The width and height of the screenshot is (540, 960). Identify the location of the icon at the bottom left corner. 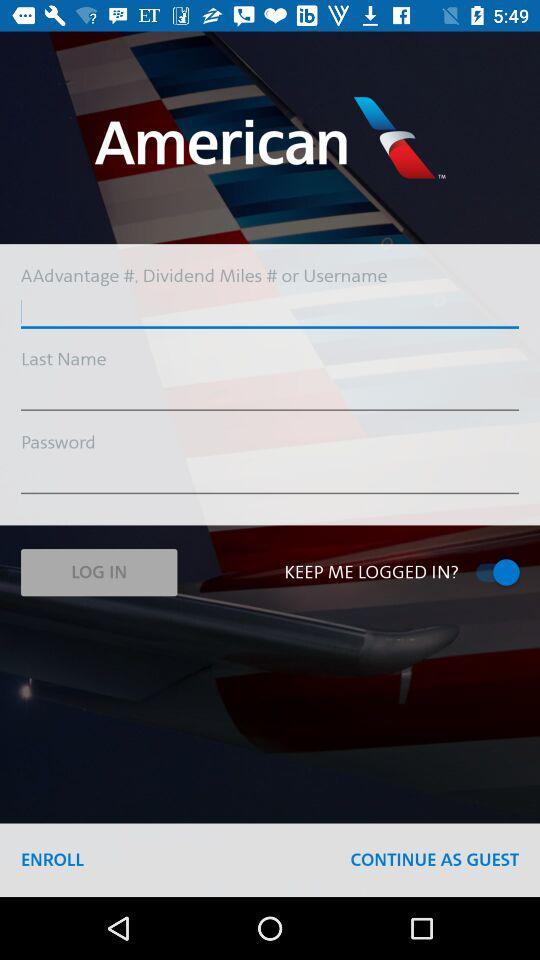
(52, 859).